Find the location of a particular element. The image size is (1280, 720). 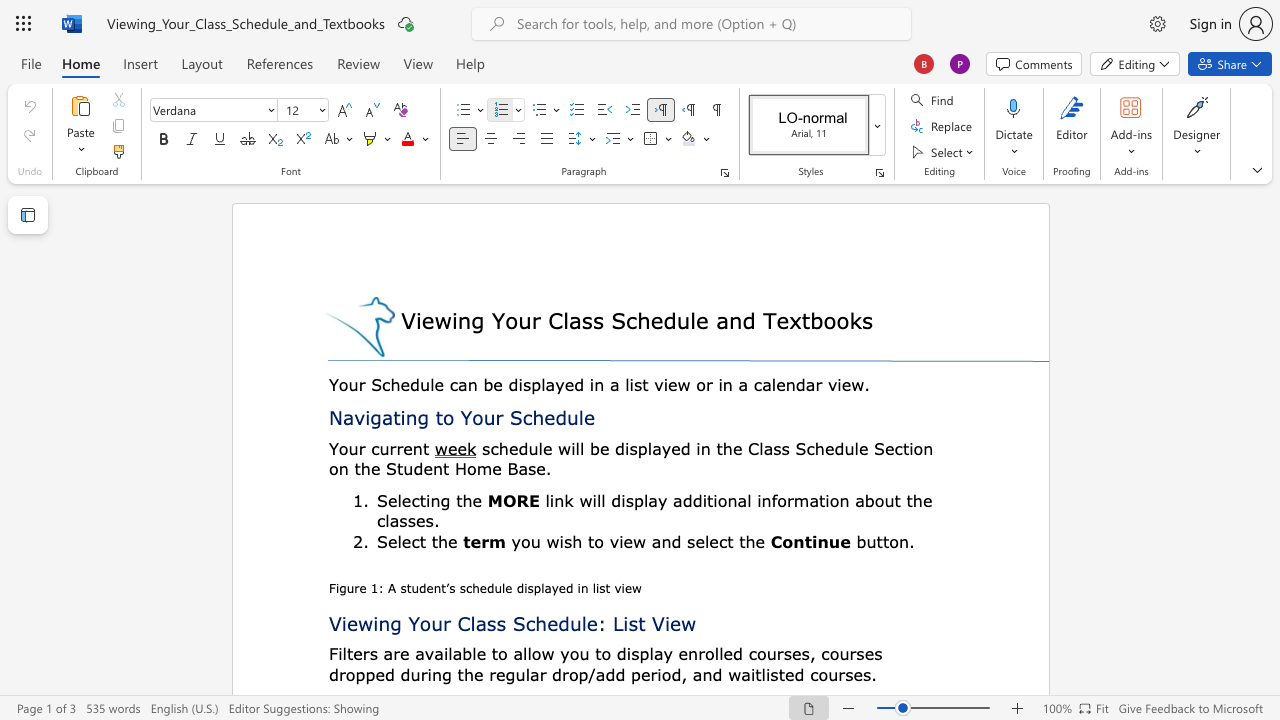

the 1th character "Y" in the text is located at coordinates (333, 447).